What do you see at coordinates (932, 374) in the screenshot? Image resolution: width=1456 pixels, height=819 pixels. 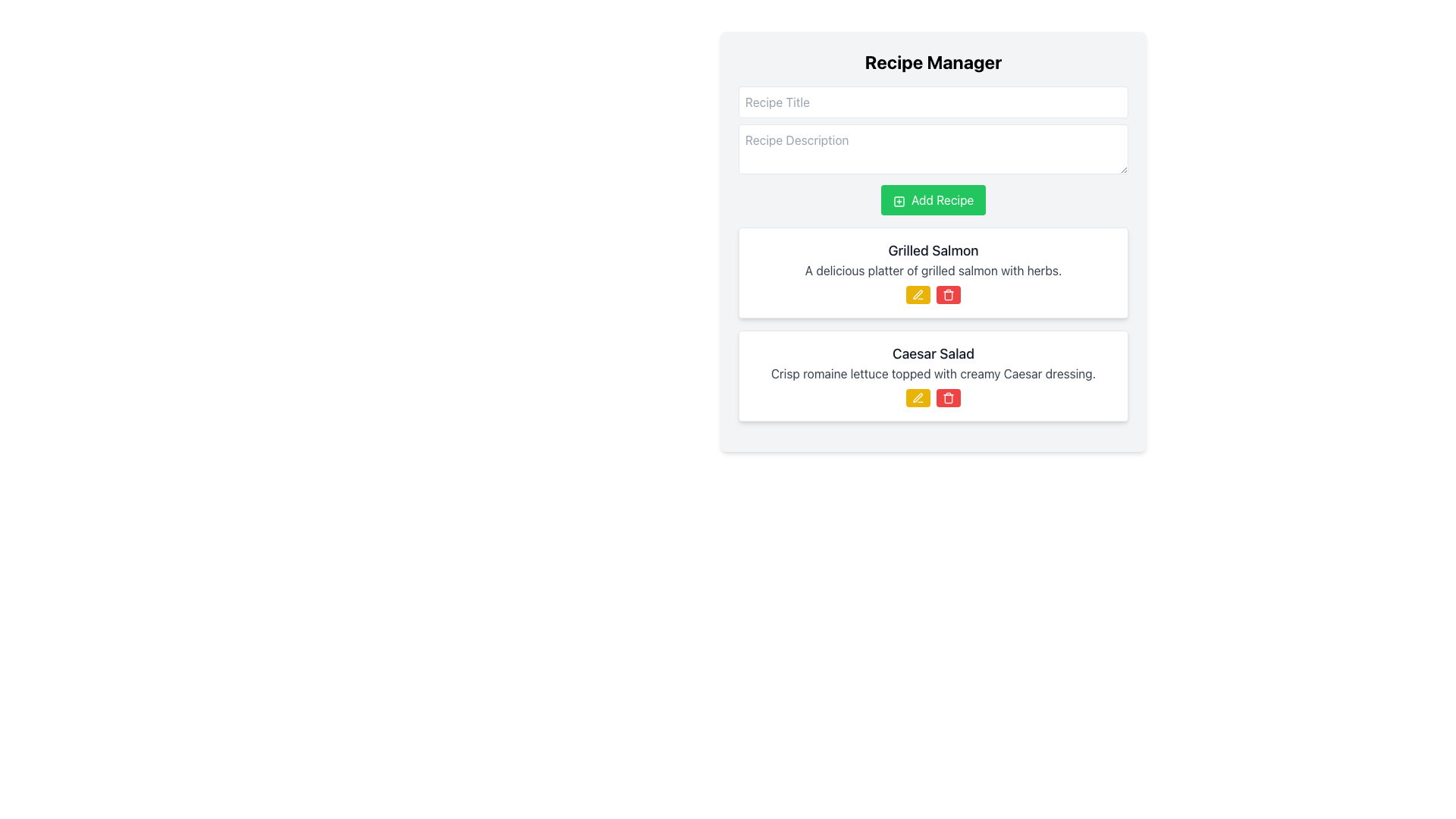 I see `the text label that describes 'Crisp romaine lettuce topped with creamy Caesar dressing.' positioned below the title 'Caesar Salad'` at bounding box center [932, 374].